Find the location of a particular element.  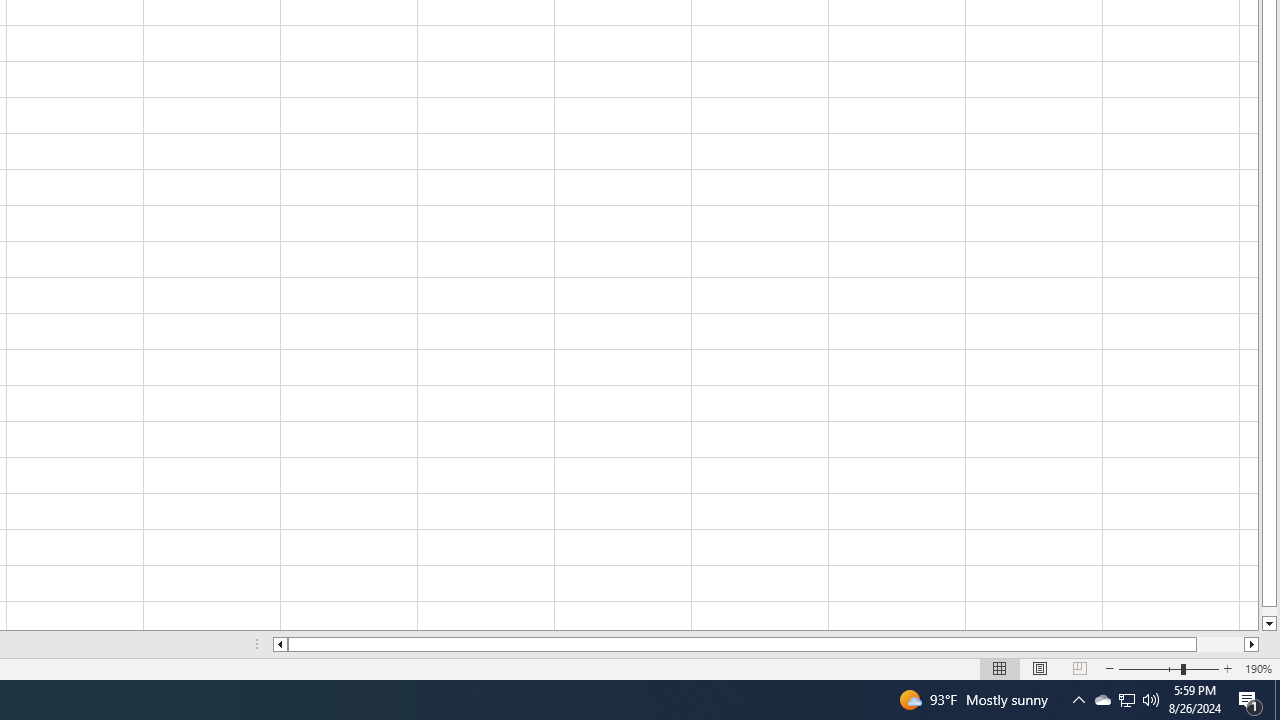

'Page right' is located at coordinates (1219, 644).